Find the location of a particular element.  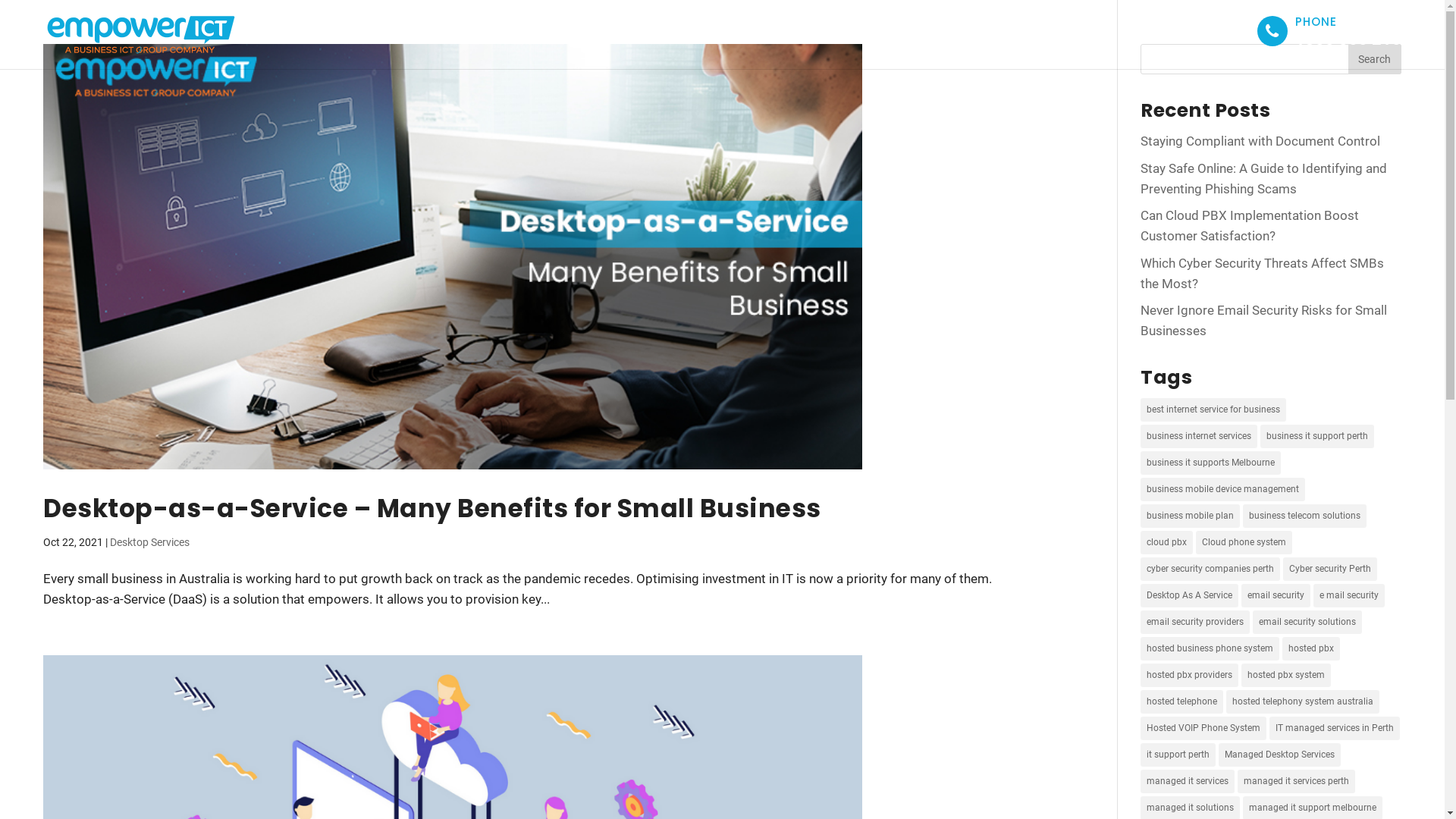

'email security providers' is located at coordinates (1194, 622).